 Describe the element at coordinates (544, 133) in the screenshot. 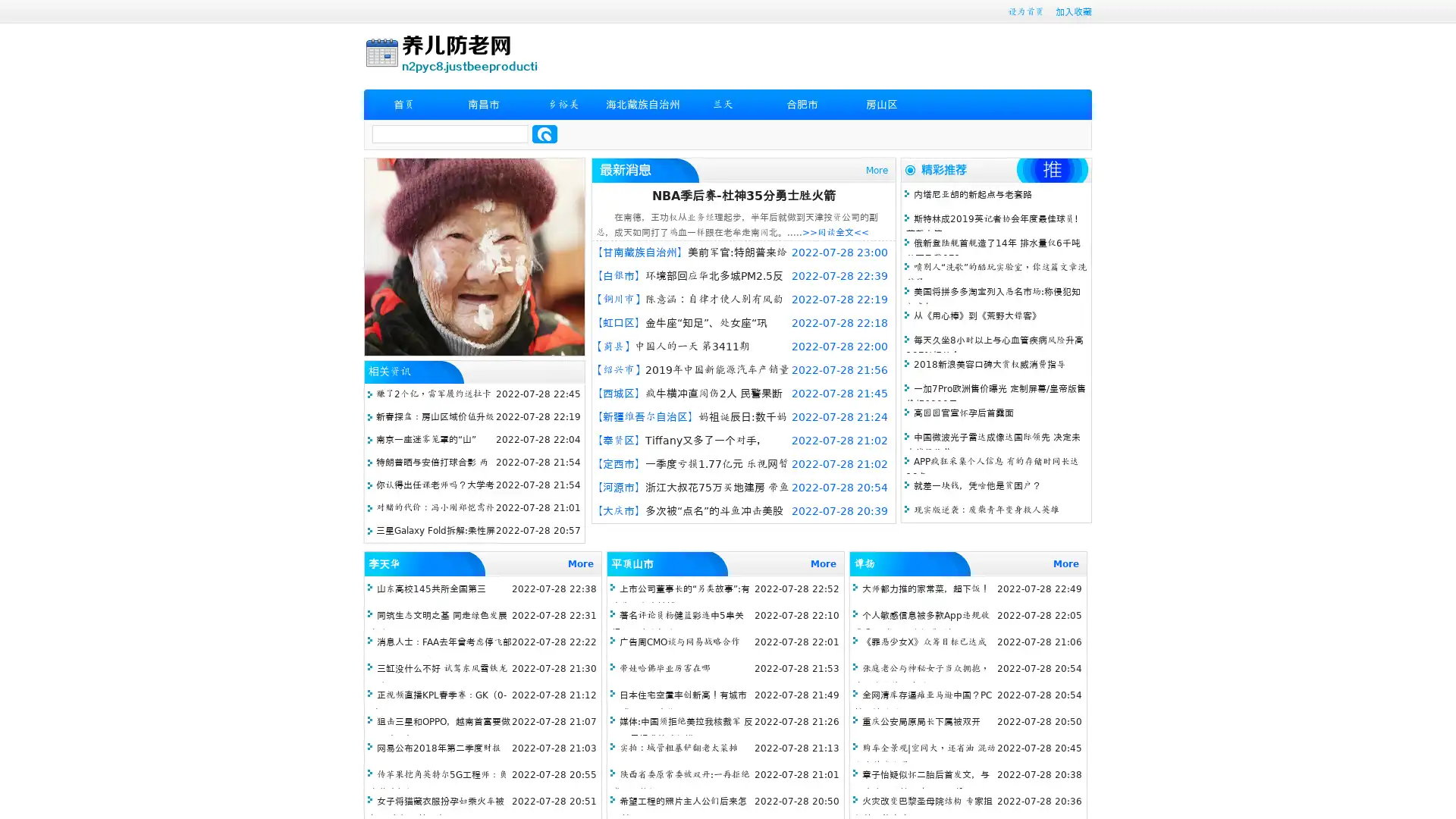

I see `Search` at that location.